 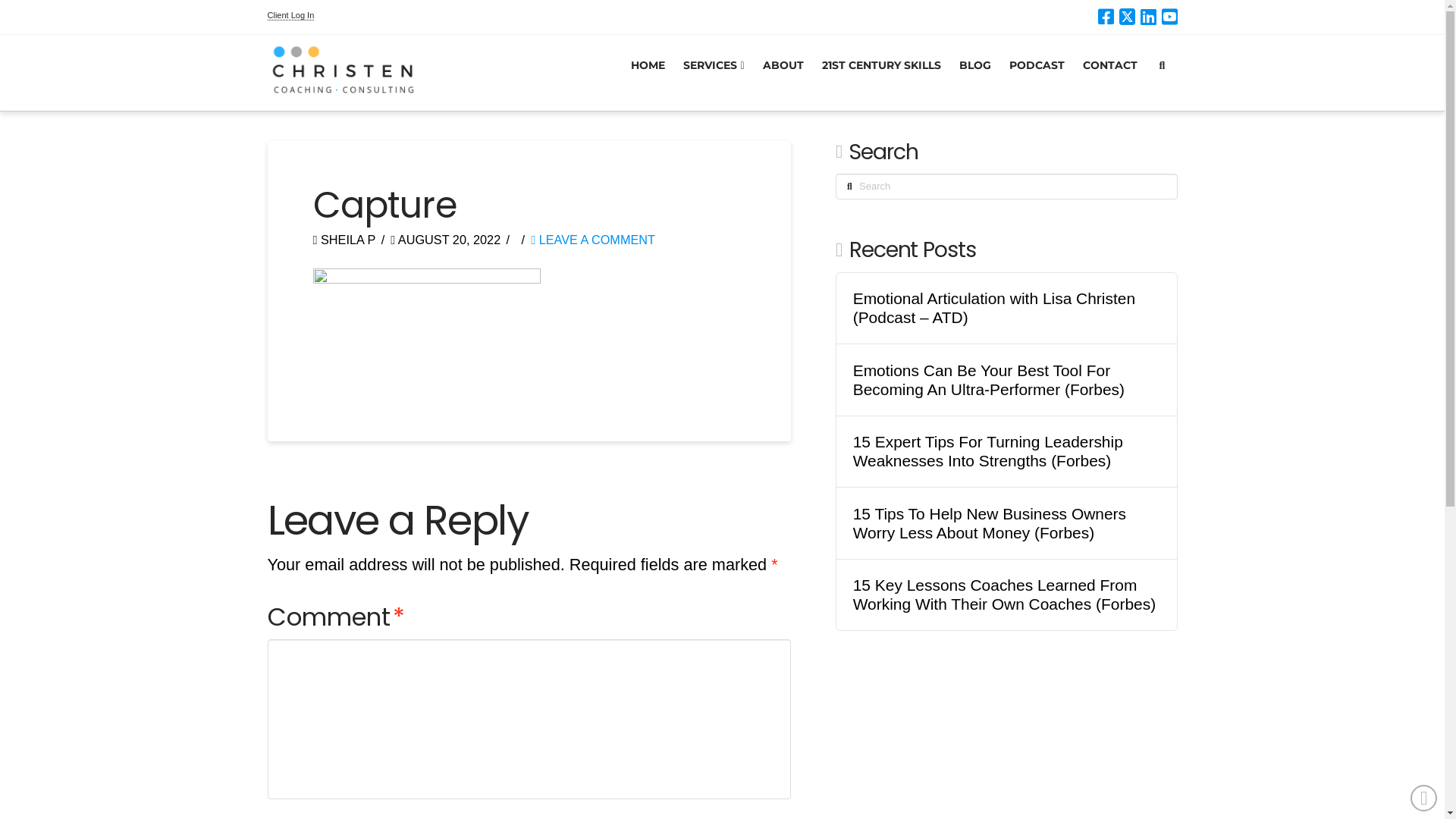 I want to click on 'LinkedIn', so click(x=1148, y=17).